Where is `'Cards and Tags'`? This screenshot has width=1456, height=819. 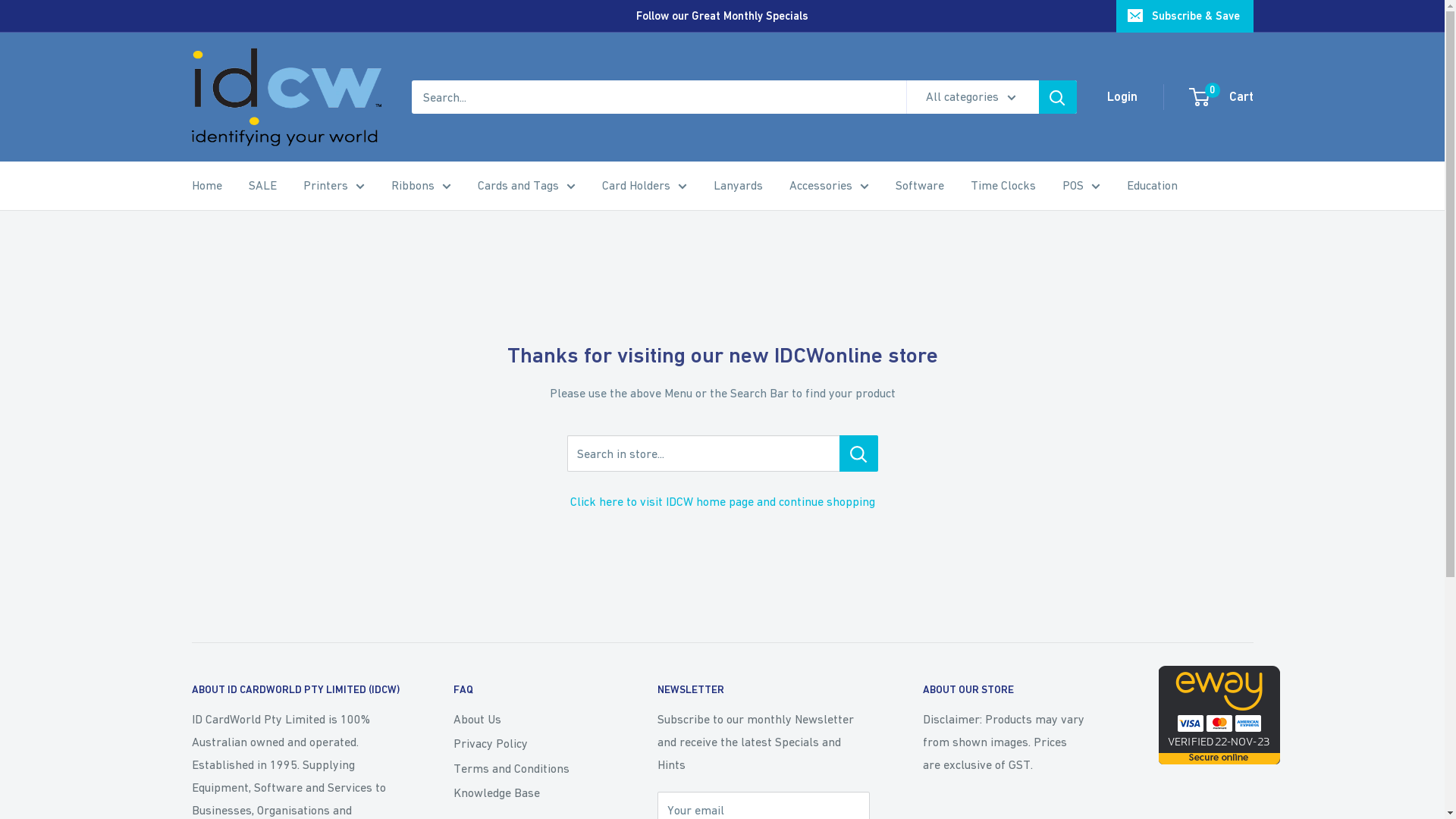 'Cards and Tags' is located at coordinates (526, 185).